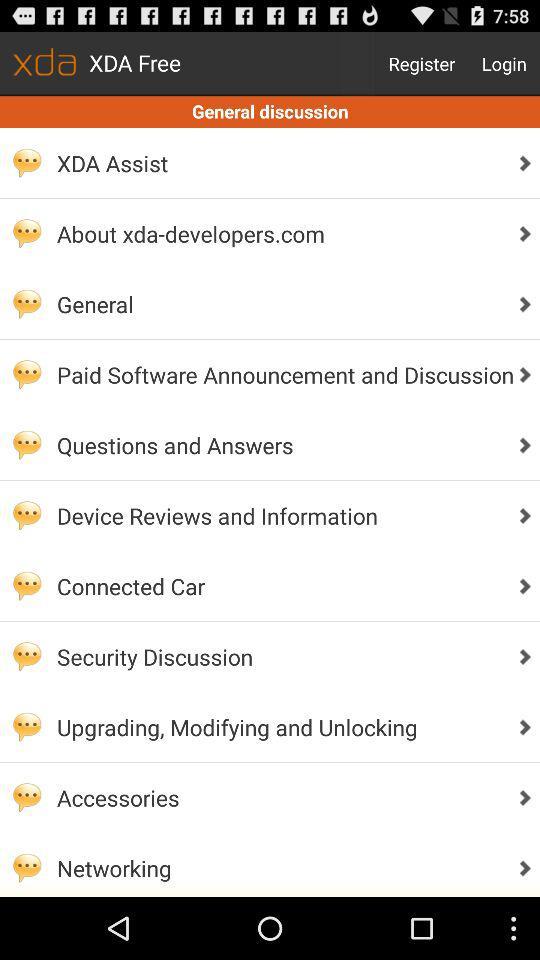 Image resolution: width=540 pixels, height=960 pixels. Describe the element at coordinates (279, 586) in the screenshot. I see `connected car` at that location.